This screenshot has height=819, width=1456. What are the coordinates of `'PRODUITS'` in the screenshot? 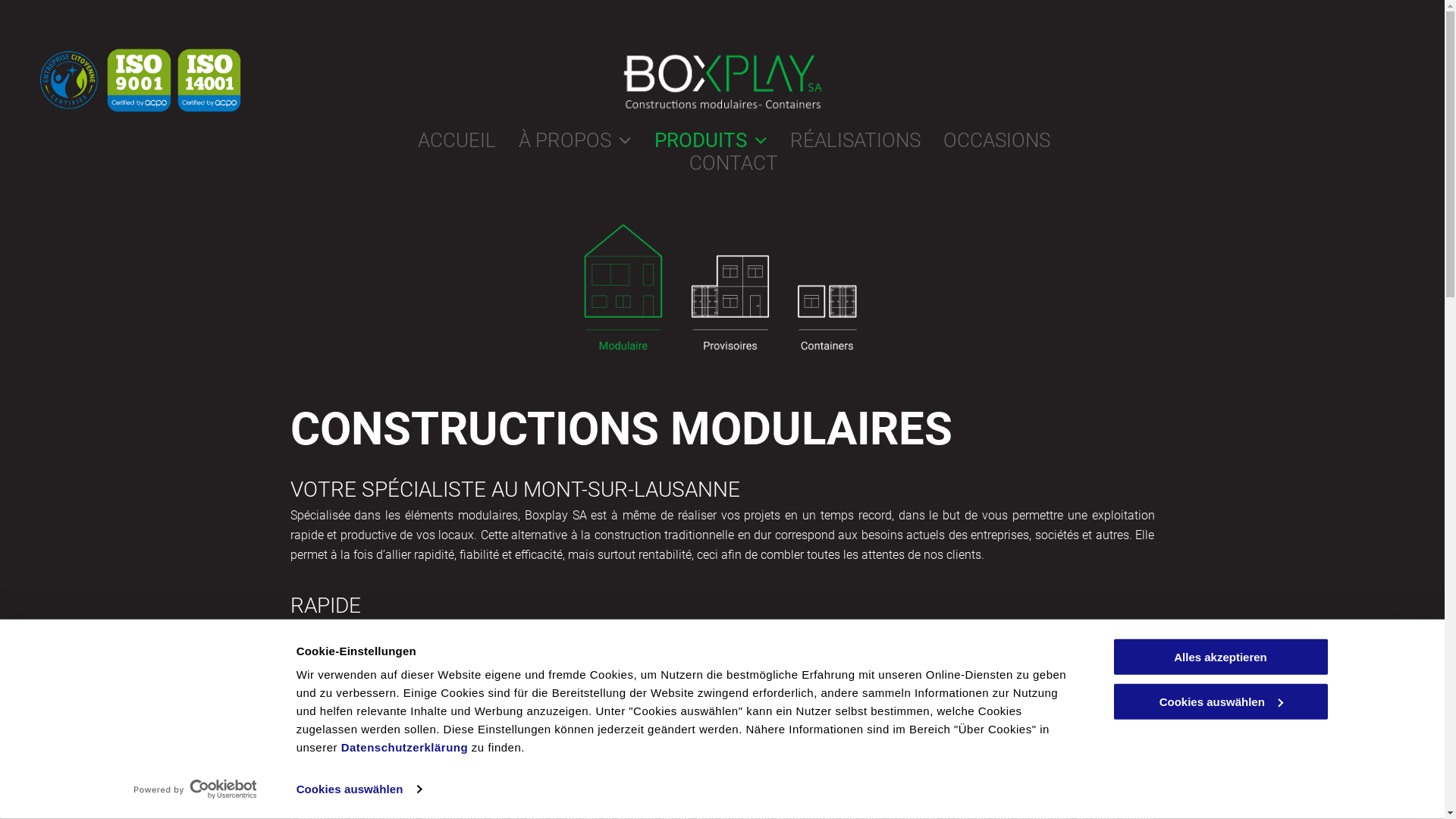 It's located at (630, 140).